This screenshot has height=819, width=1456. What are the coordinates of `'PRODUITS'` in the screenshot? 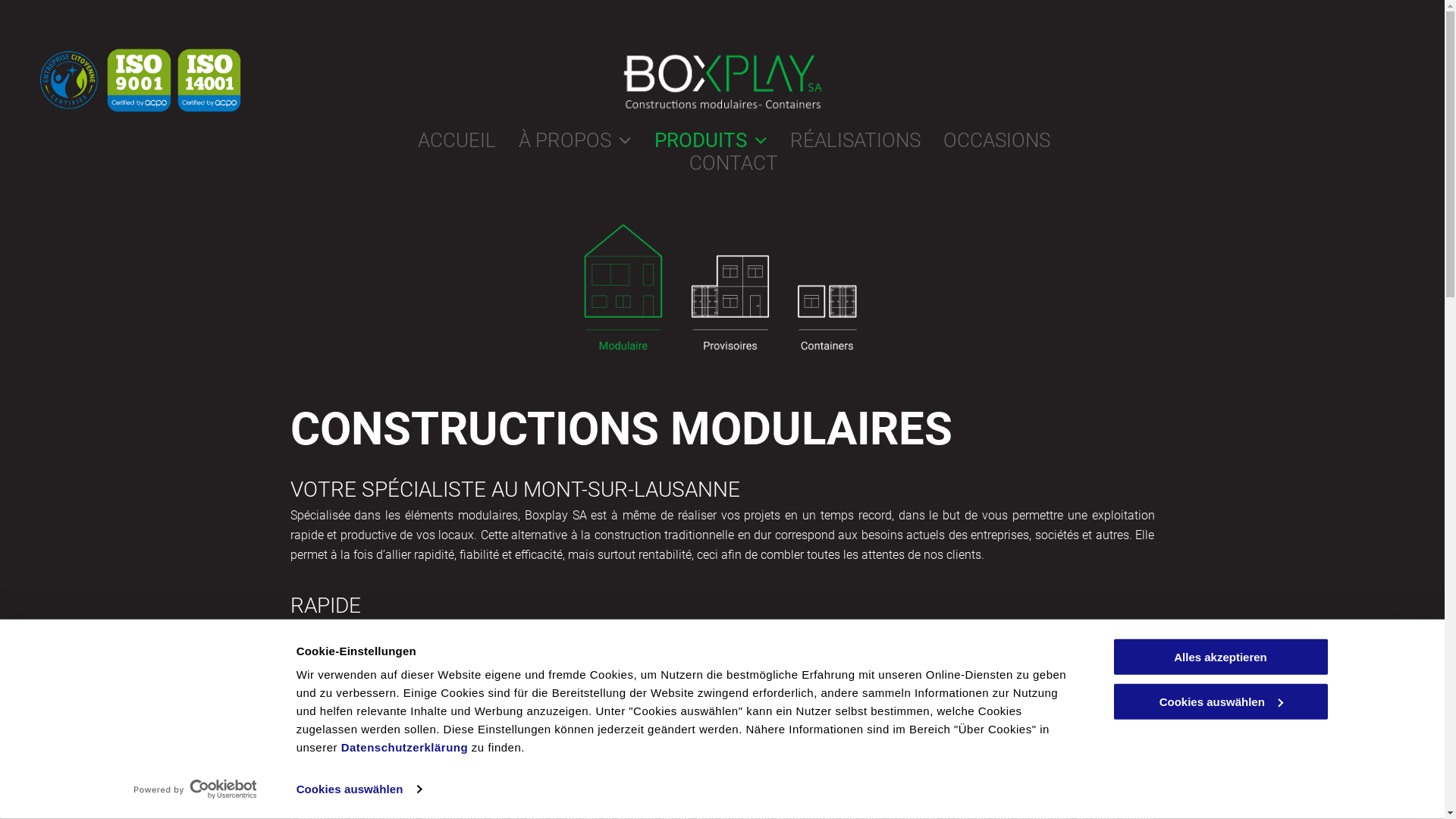 It's located at (630, 140).